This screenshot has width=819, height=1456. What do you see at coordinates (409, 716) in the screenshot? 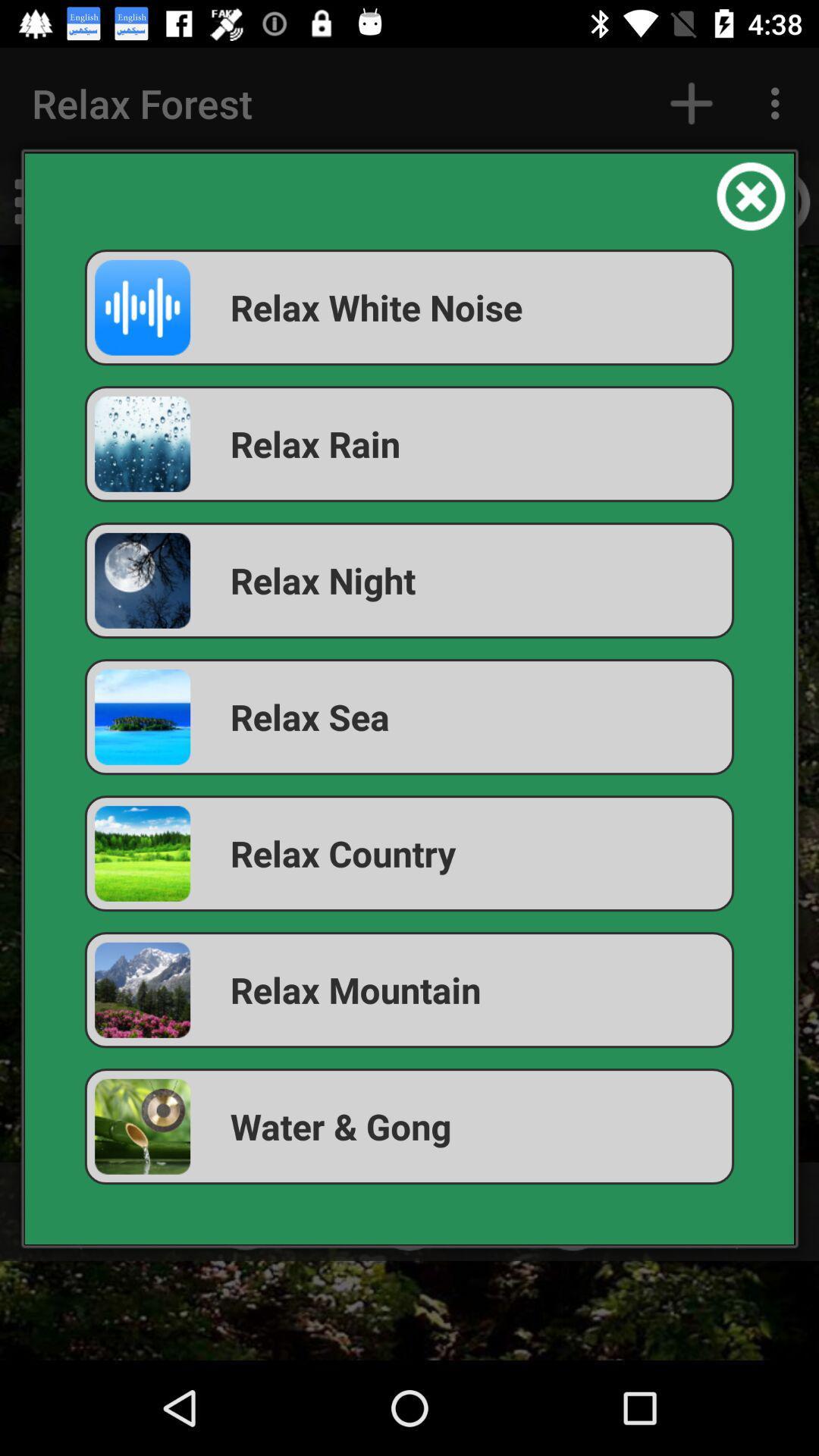
I see `item below the relax night icon` at bounding box center [409, 716].